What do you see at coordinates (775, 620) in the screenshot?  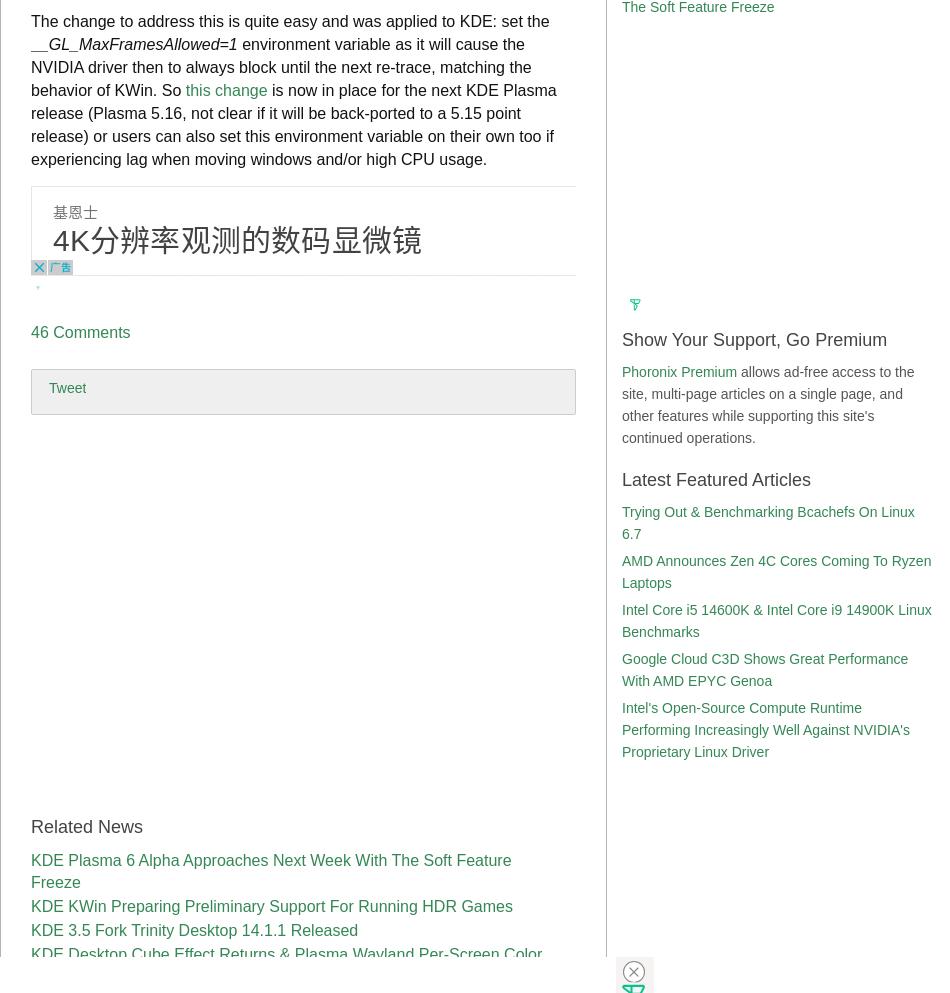 I see `'Intel Core i5 14600K & Intel Core i9 14900K Linux Benchmarks'` at bounding box center [775, 620].